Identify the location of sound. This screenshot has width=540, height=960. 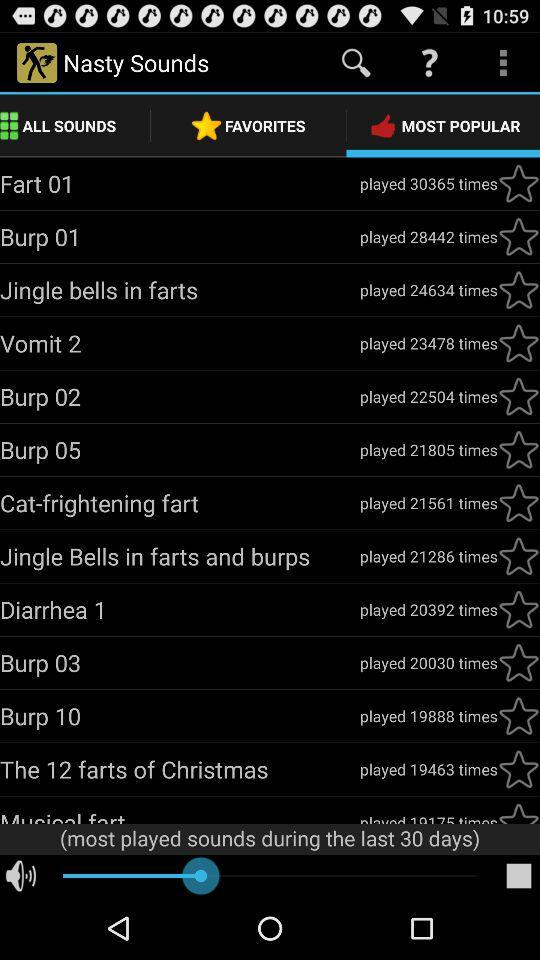
(518, 812).